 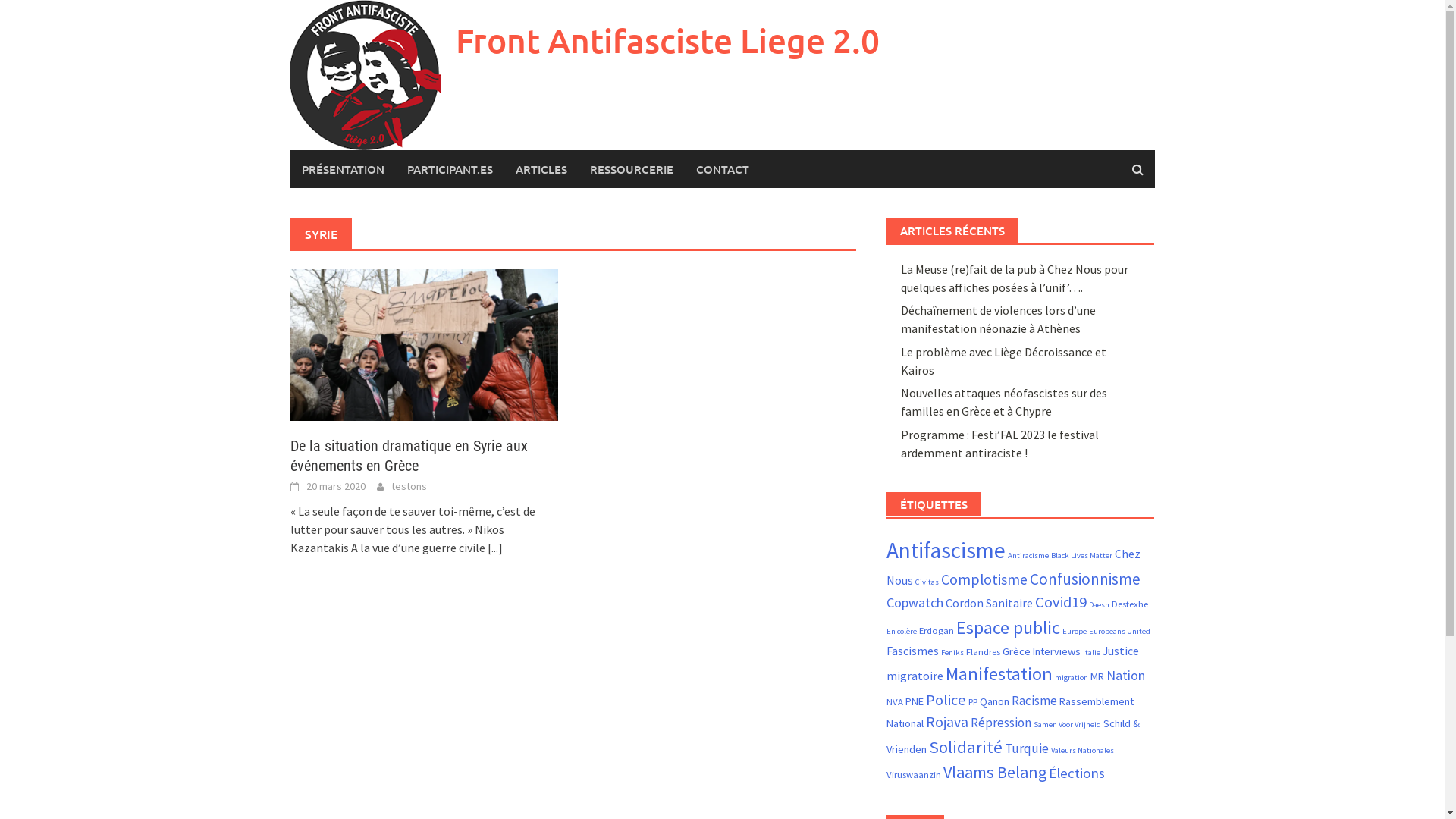 What do you see at coordinates (1059, 601) in the screenshot?
I see `'Covid19'` at bounding box center [1059, 601].